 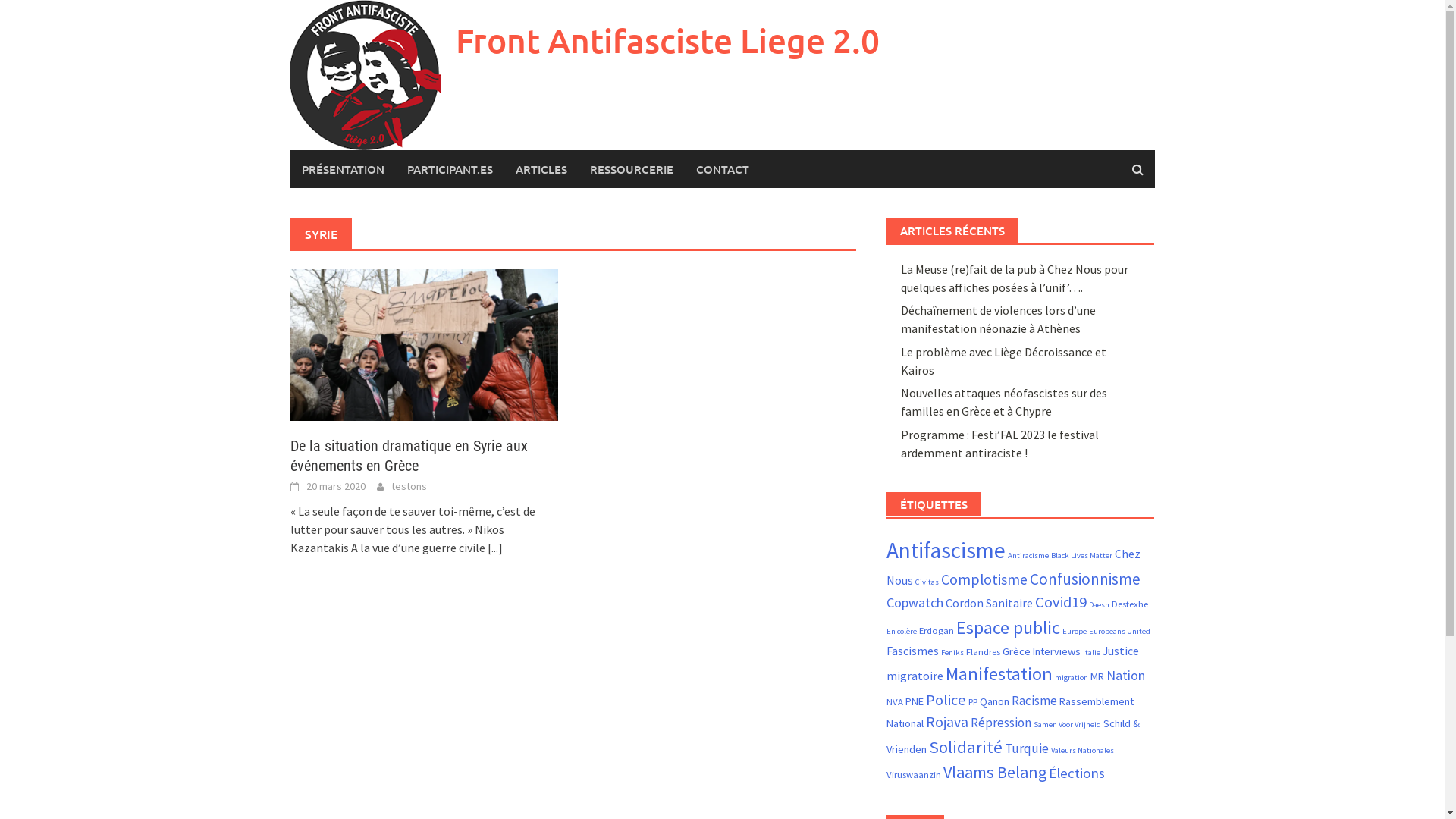 What do you see at coordinates (1059, 601) in the screenshot?
I see `'Covid19'` at bounding box center [1059, 601].